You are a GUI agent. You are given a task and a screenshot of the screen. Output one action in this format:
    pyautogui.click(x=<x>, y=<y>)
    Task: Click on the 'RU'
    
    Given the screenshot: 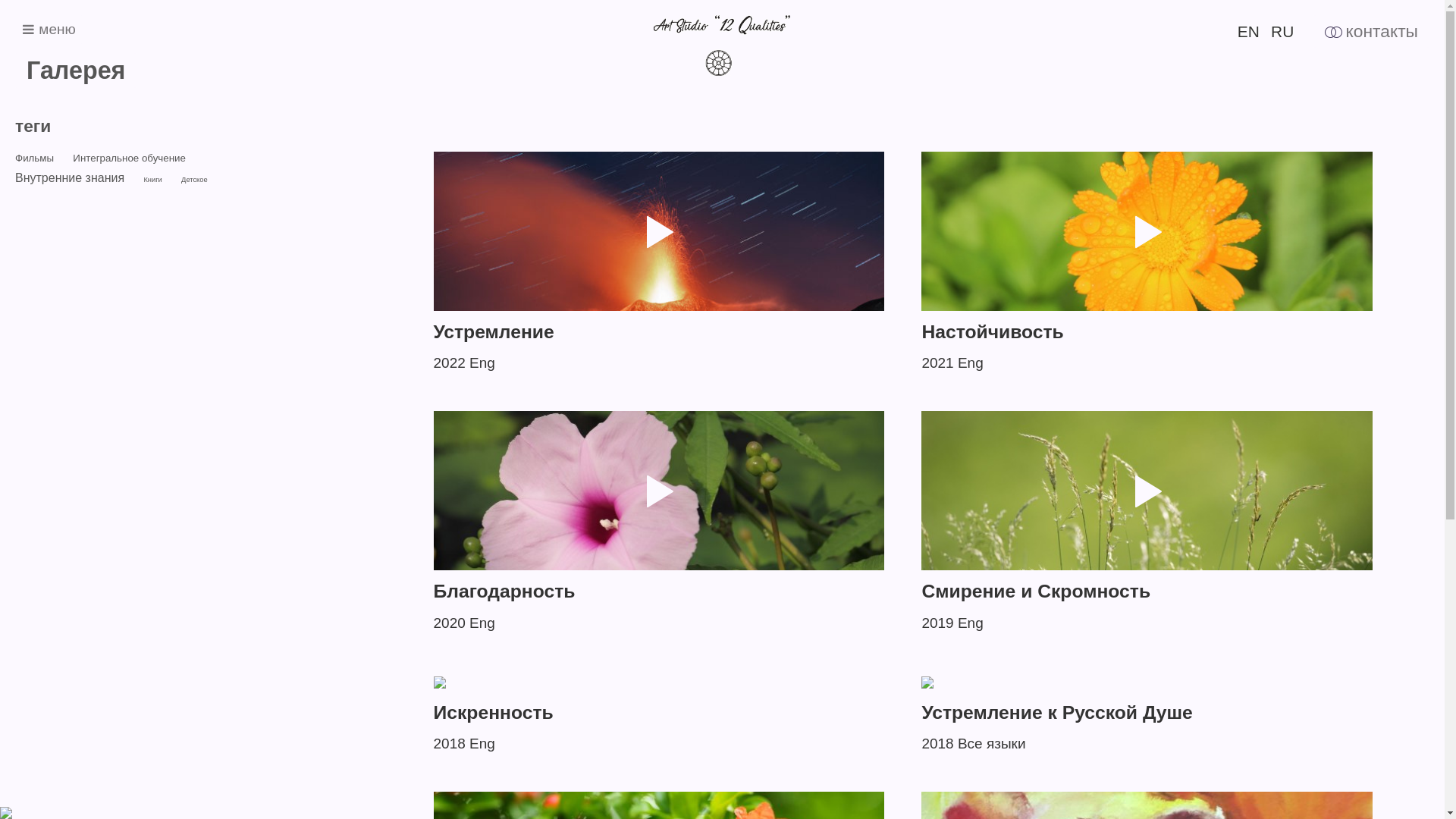 What is the action you would take?
    pyautogui.click(x=1270, y=31)
    